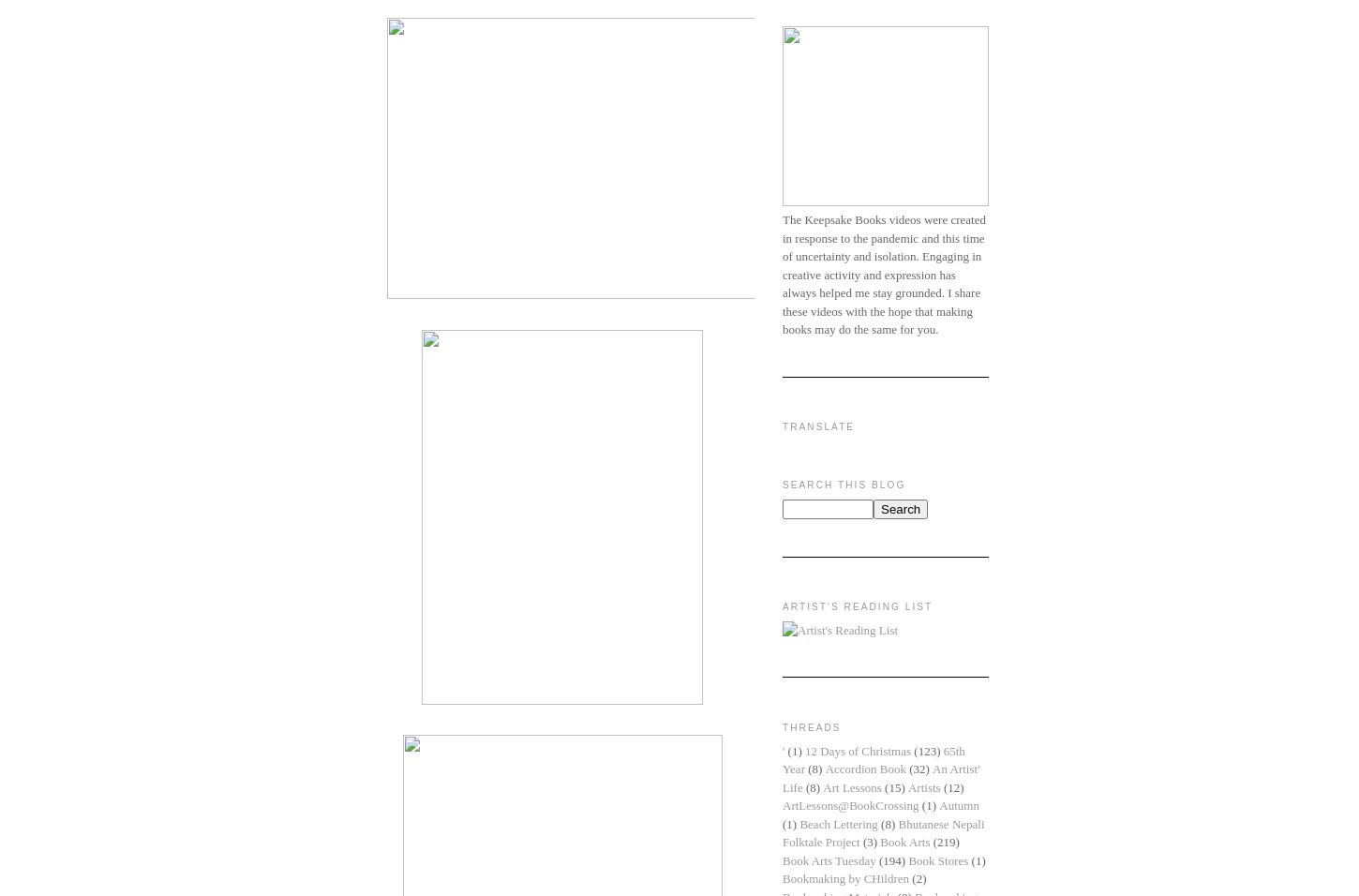 The width and height of the screenshot is (1359, 896). I want to click on '(15)', so click(893, 786).